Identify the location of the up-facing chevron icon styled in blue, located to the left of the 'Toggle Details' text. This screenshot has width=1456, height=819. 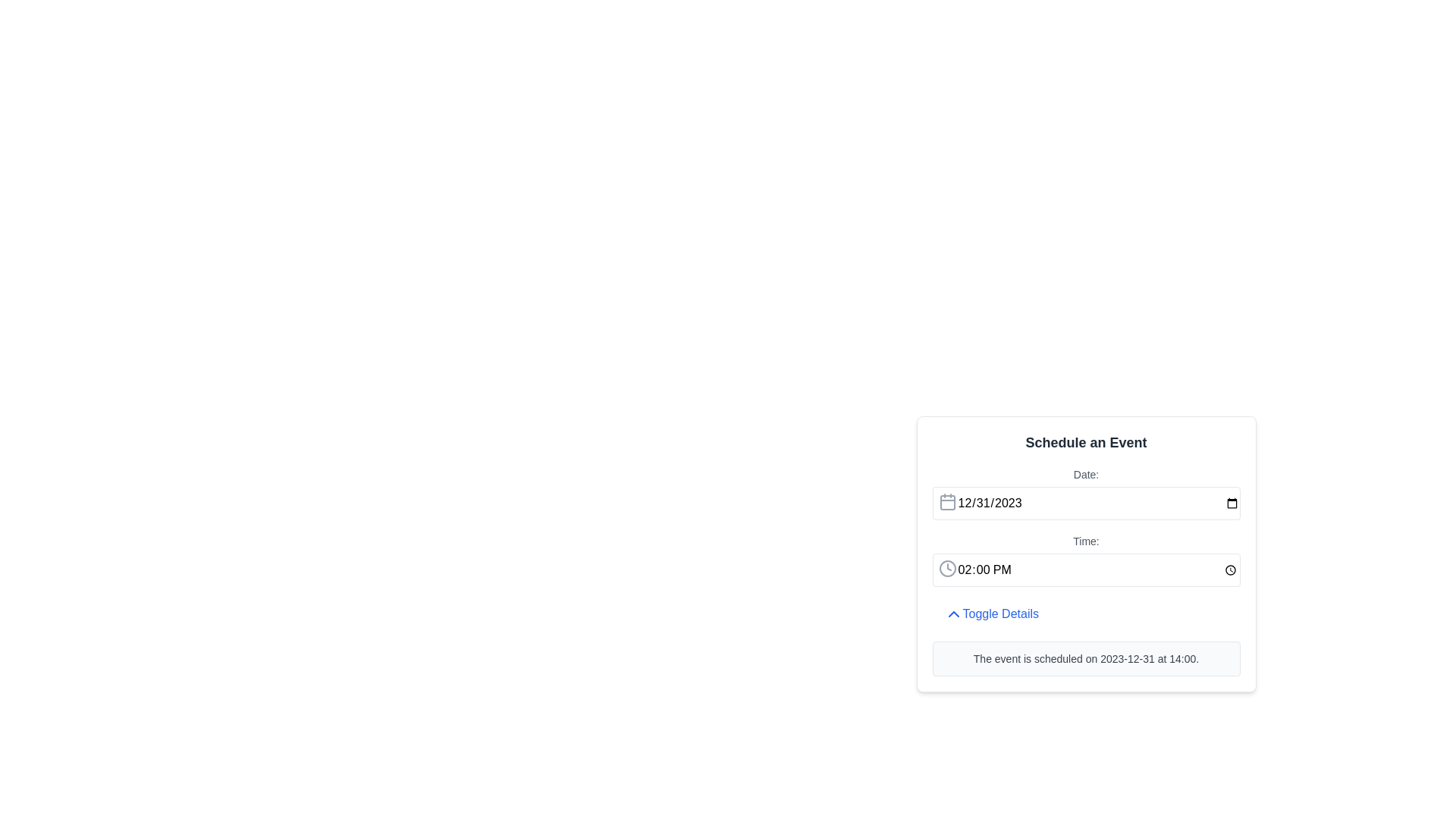
(952, 614).